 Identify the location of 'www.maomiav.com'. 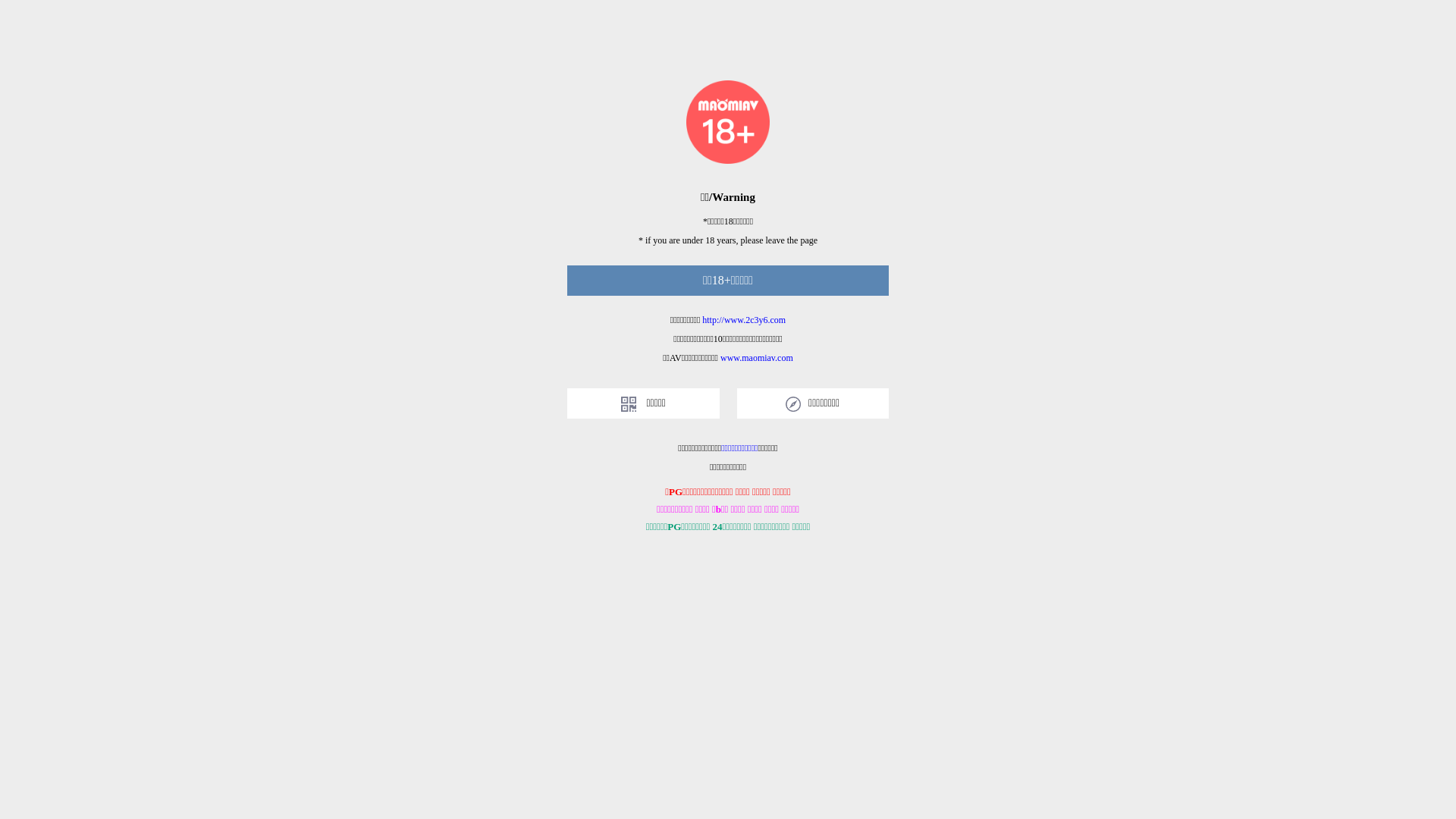
(720, 357).